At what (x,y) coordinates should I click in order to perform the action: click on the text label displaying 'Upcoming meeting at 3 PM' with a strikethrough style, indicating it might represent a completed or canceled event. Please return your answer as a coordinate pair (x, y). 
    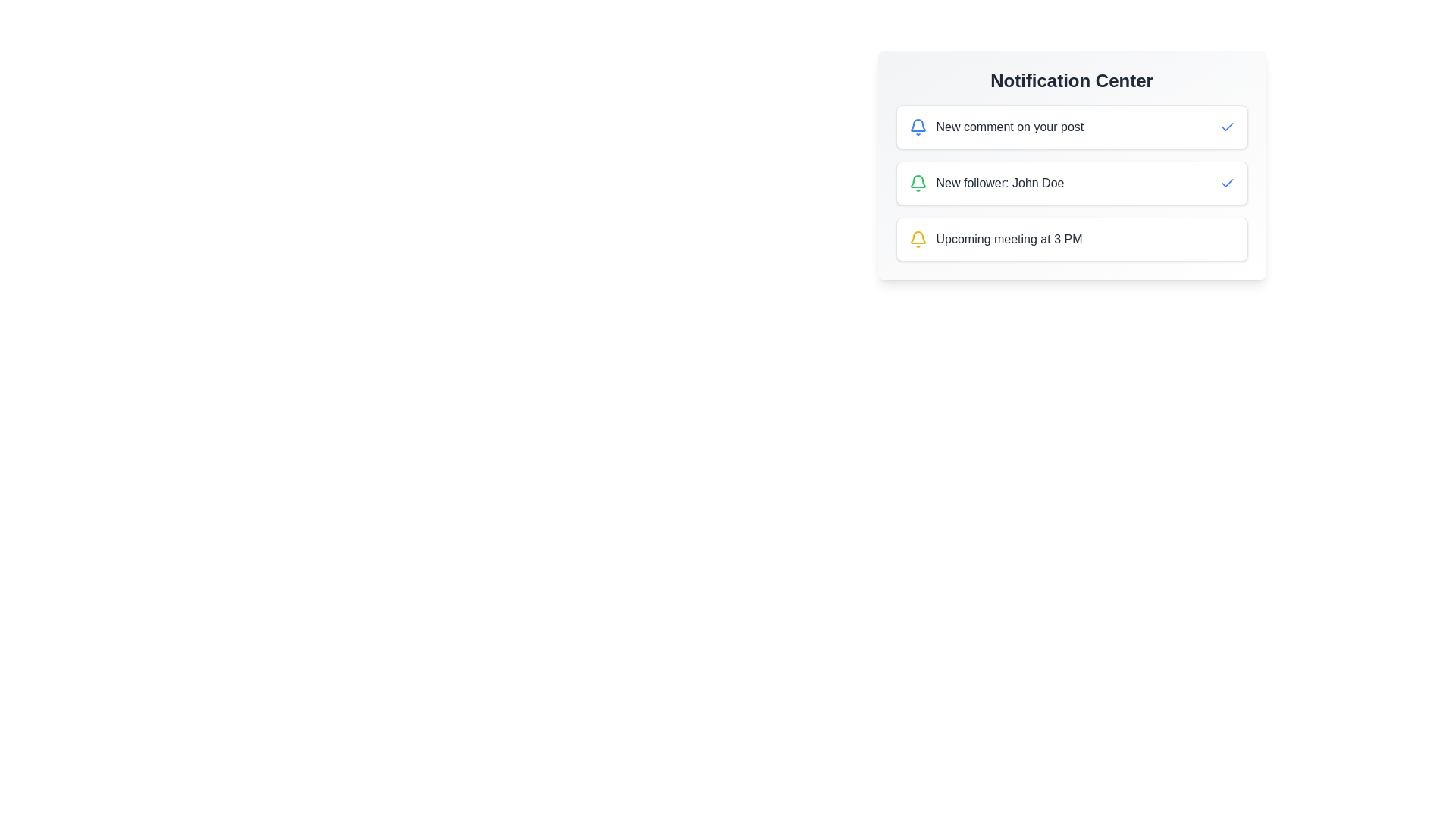
    Looking at the image, I should click on (1009, 239).